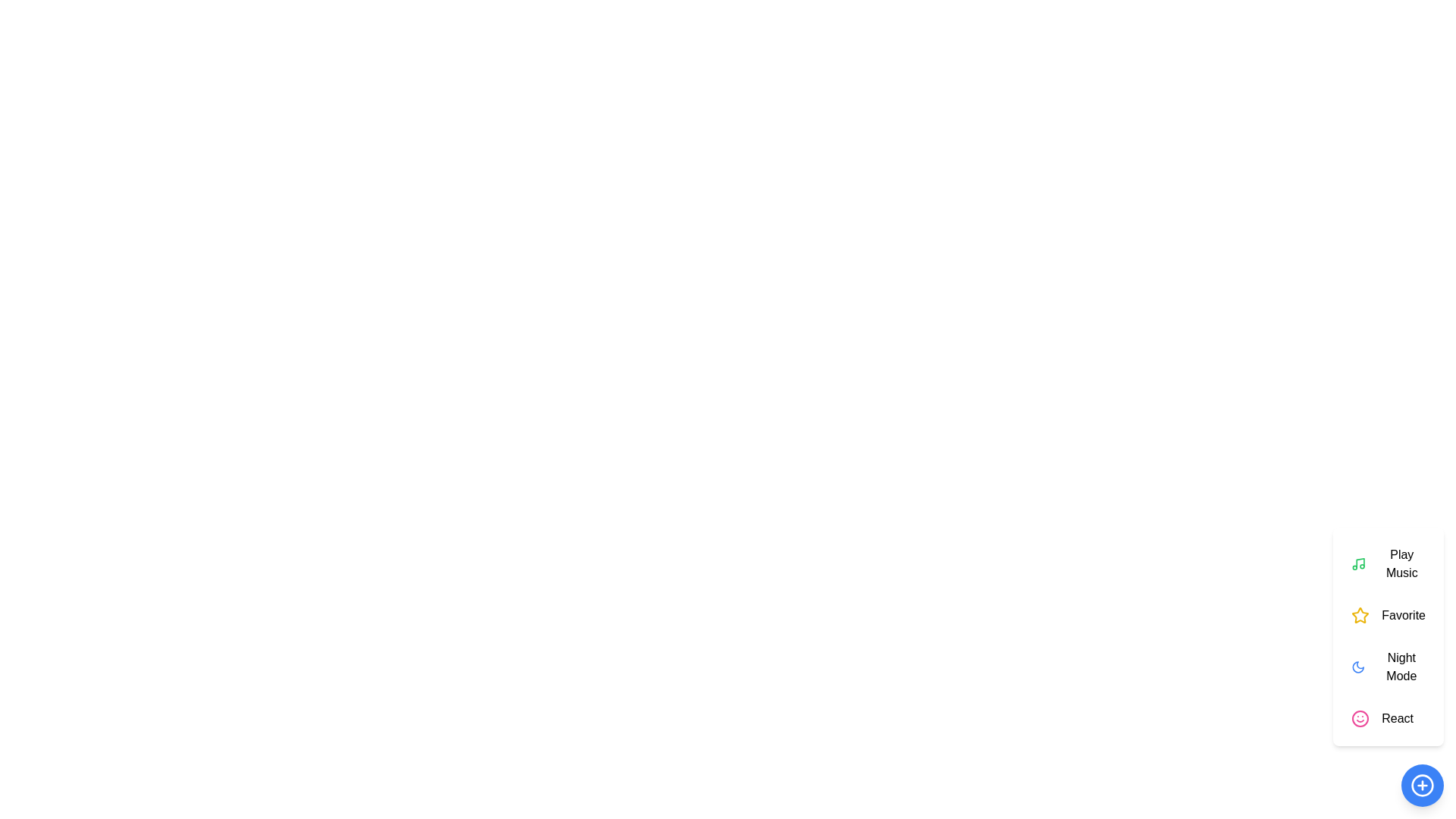 Image resolution: width=1456 pixels, height=819 pixels. I want to click on the 'React' button to select the 'React' action, so click(1382, 718).